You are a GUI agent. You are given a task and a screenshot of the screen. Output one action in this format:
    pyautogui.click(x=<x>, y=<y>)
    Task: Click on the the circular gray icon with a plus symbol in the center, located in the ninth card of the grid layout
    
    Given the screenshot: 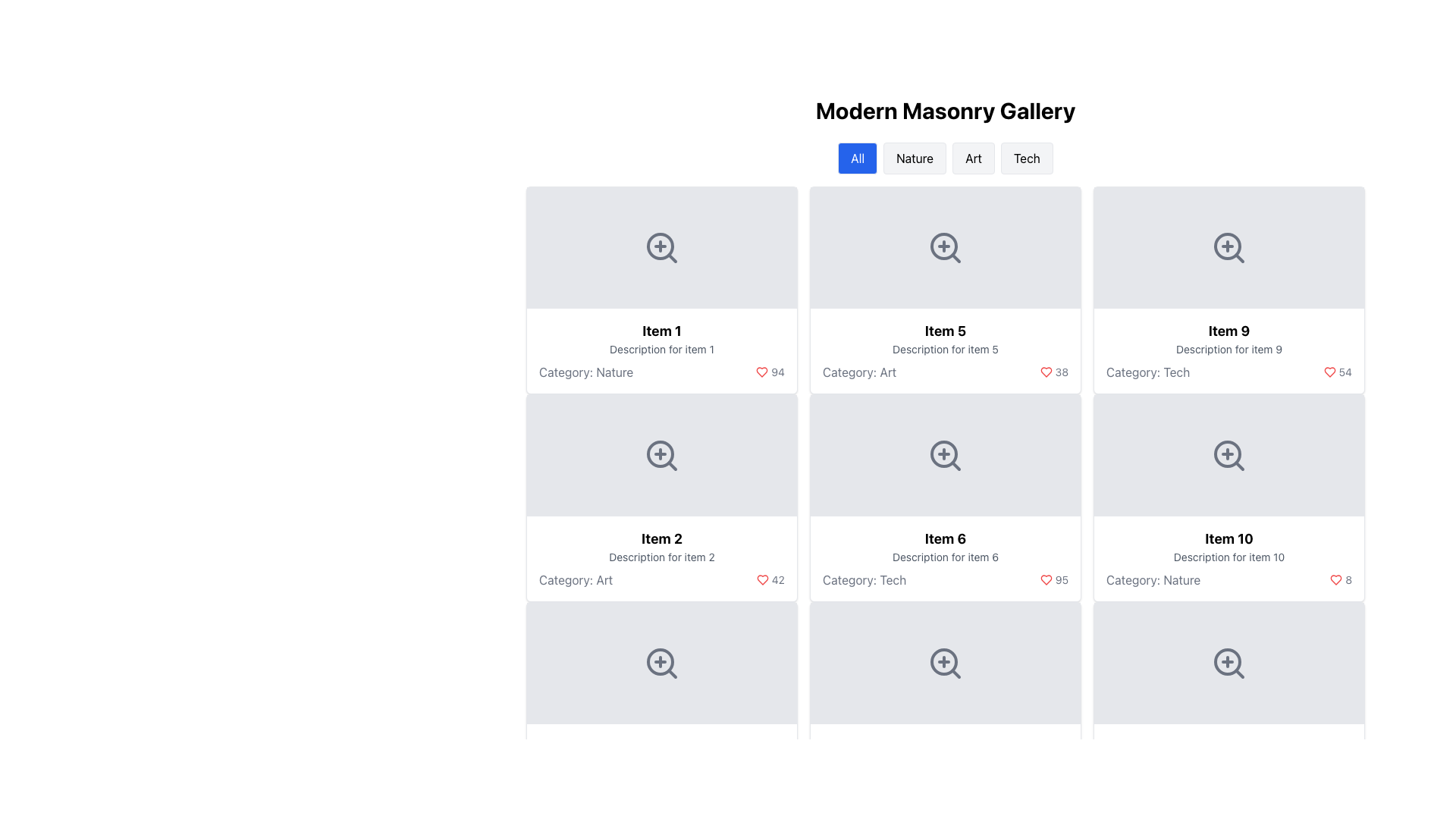 What is the action you would take?
    pyautogui.click(x=1227, y=453)
    